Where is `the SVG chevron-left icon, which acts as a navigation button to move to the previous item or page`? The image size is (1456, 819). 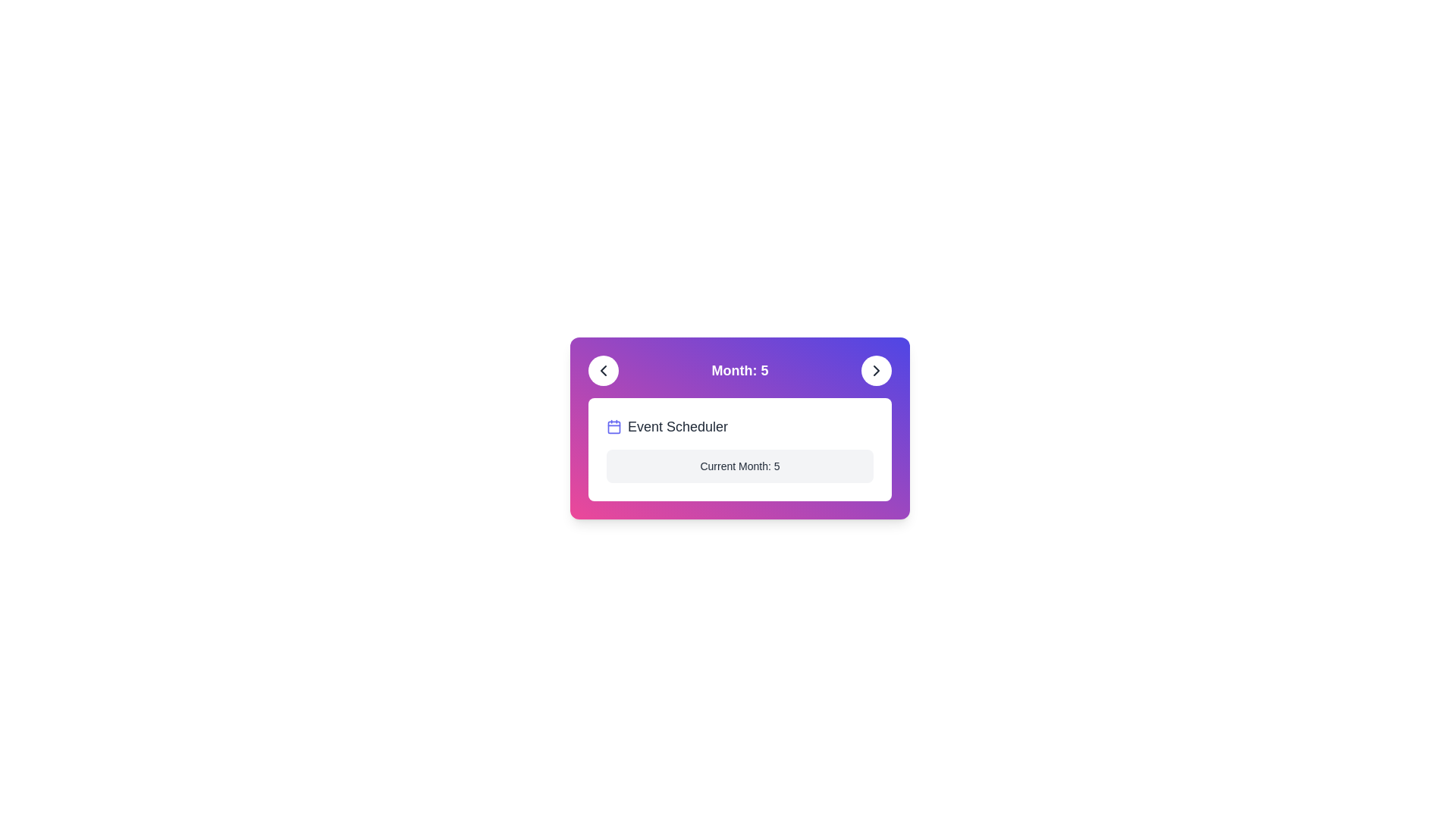 the SVG chevron-left icon, which acts as a navigation button to move to the previous item or page is located at coordinates (603, 371).